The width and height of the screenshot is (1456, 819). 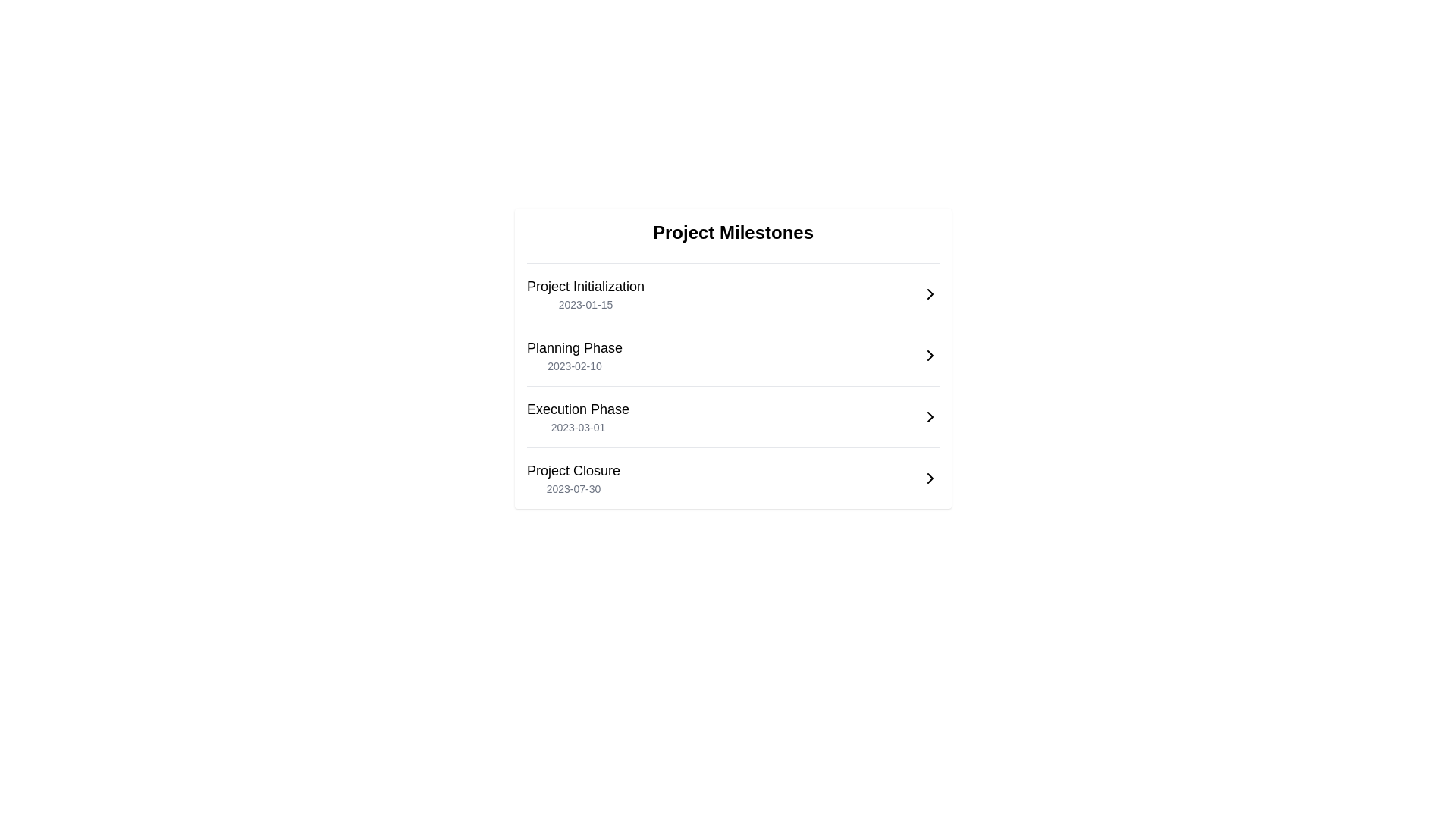 I want to click on the right-pointing triangular arrowhead icon associated with the 'Planning Phase' list item in the 'Project Milestones' section to indicate navigation, so click(x=930, y=356).